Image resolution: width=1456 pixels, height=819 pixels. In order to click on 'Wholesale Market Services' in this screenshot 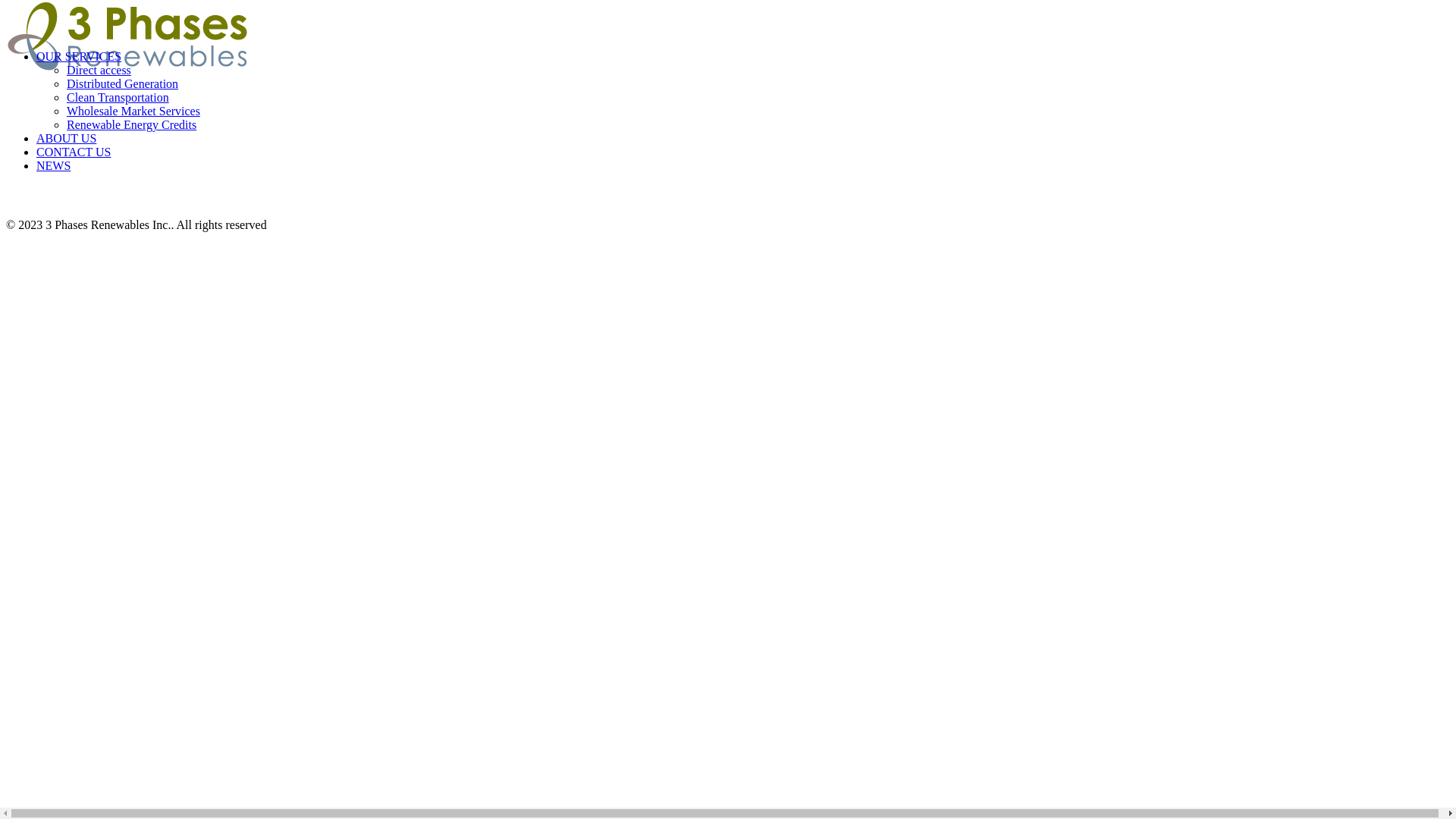, I will do `click(133, 110)`.